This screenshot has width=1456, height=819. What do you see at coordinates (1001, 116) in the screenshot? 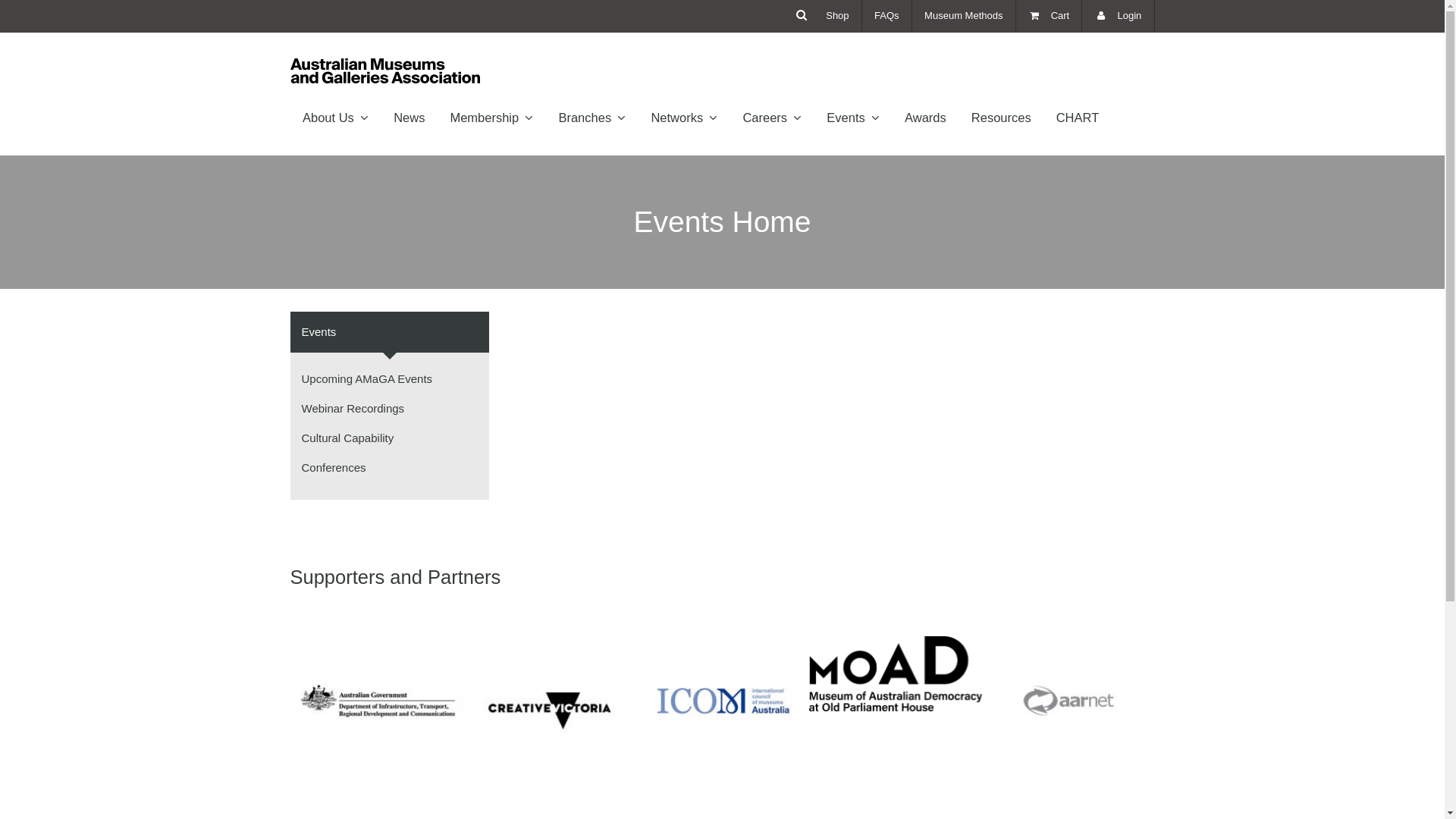
I see `'Resources'` at bounding box center [1001, 116].